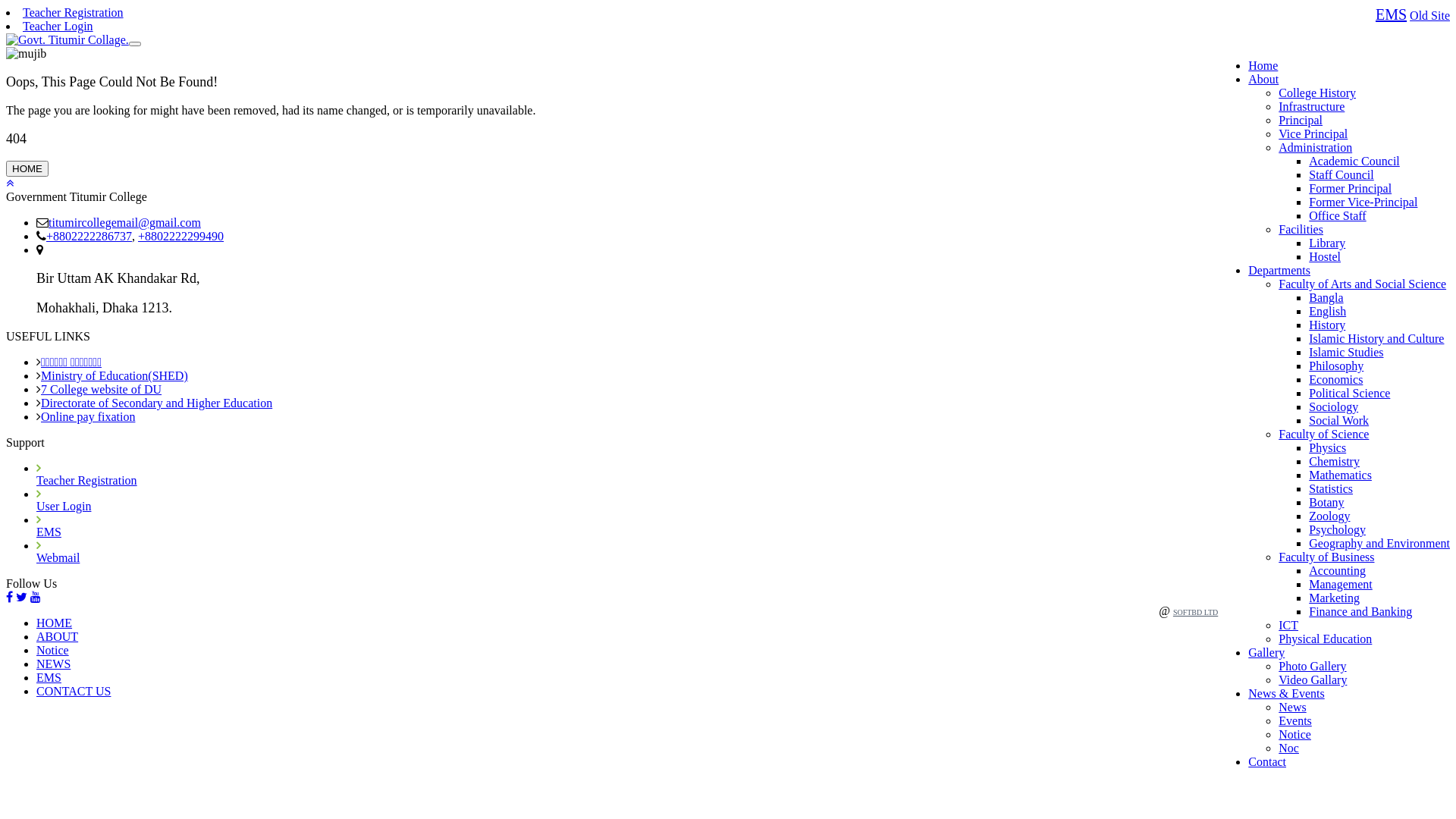  Describe the element at coordinates (1263, 64) in the screenshot. I see `'Home'` at that location.